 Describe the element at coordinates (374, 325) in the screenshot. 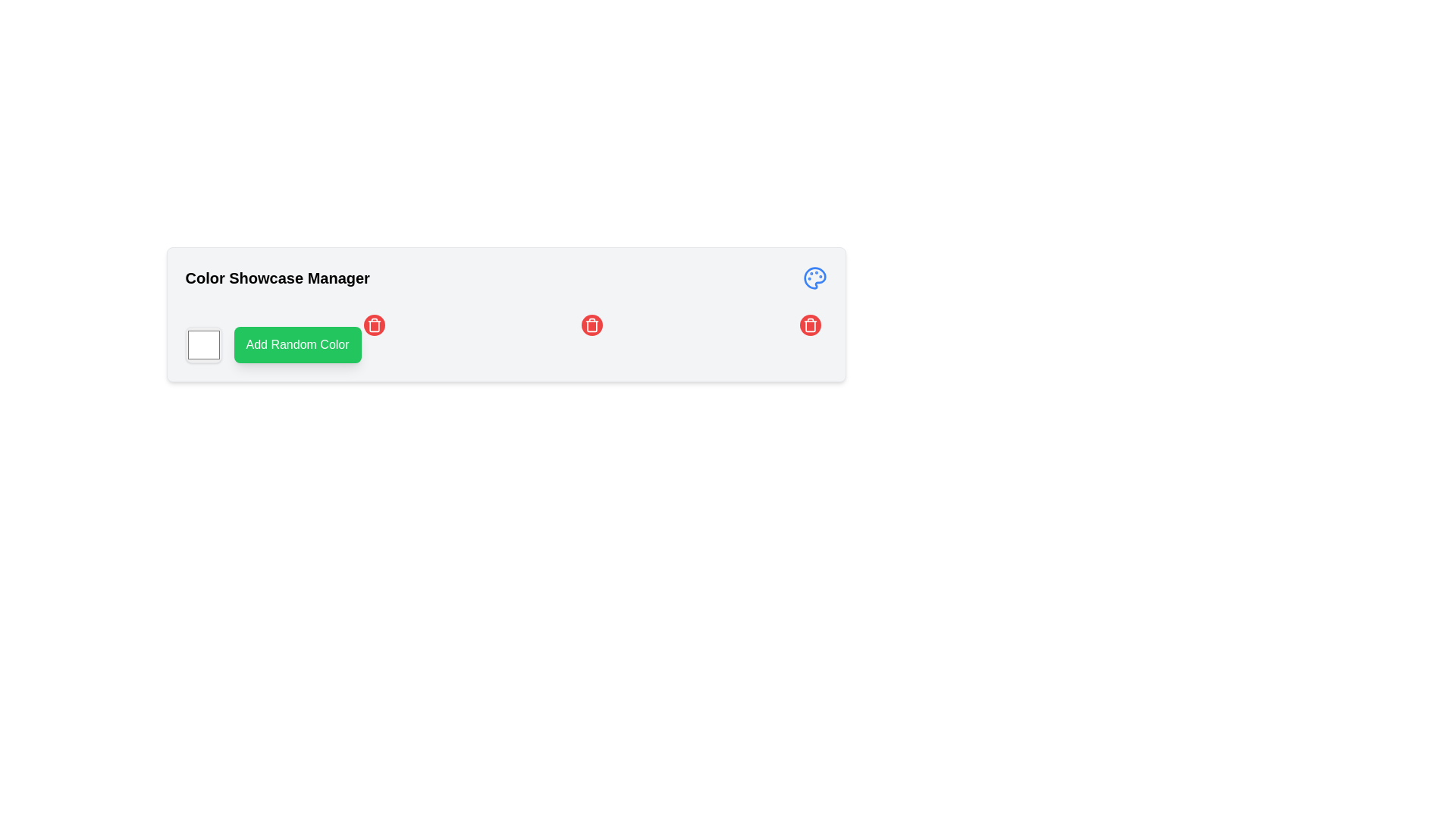

I see `the trash can icon button located at the end of the green 'Add Random Color' button` at that location.